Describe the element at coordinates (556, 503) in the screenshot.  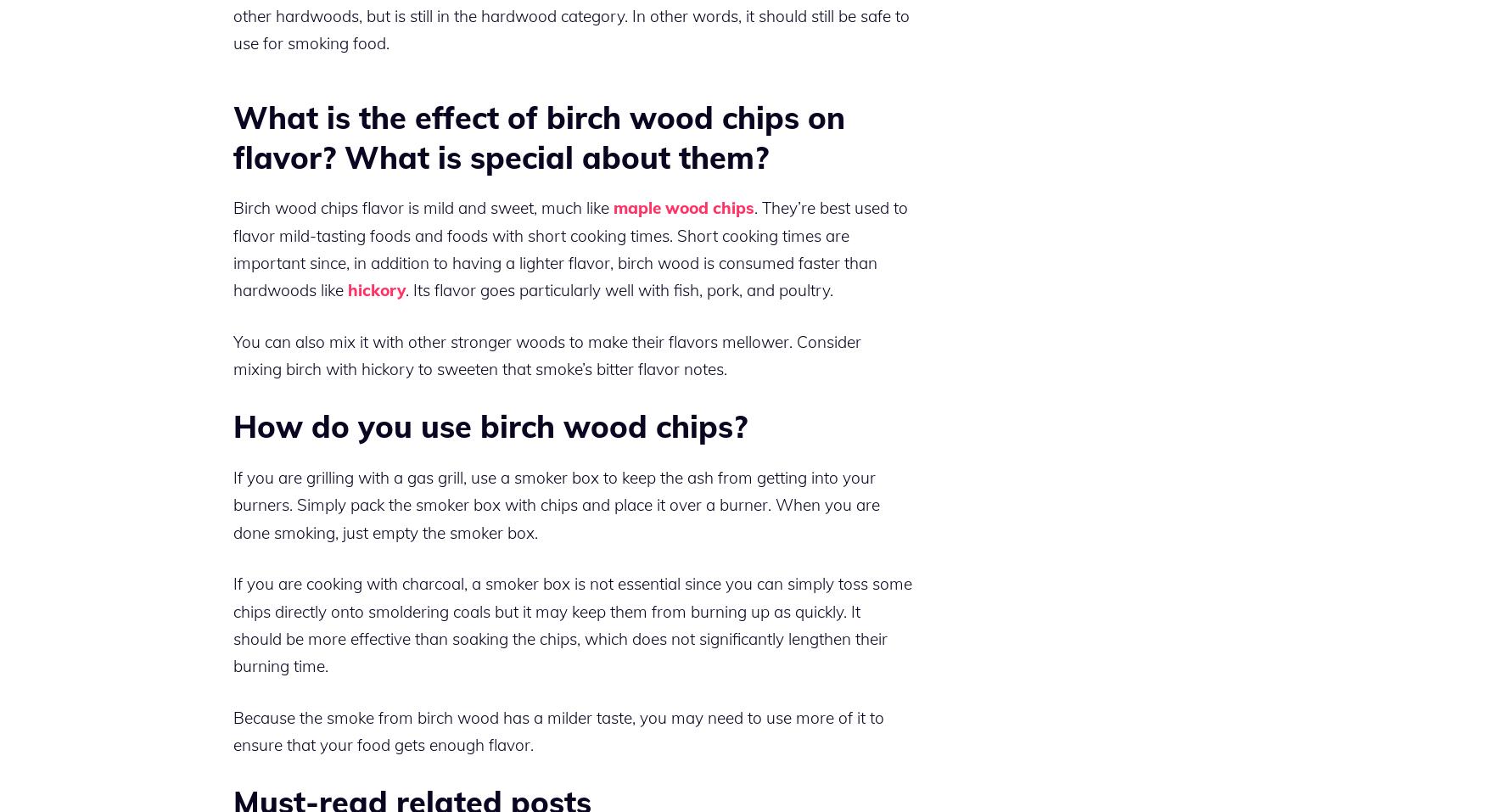
I see `'If you are grilling with a gas grill, use a smoker box to keep the ash from getting into your burners. Simply pack the smoker box with chips and place it over a burner. When you are done smoking, just empty the smoker box.'` at that location.